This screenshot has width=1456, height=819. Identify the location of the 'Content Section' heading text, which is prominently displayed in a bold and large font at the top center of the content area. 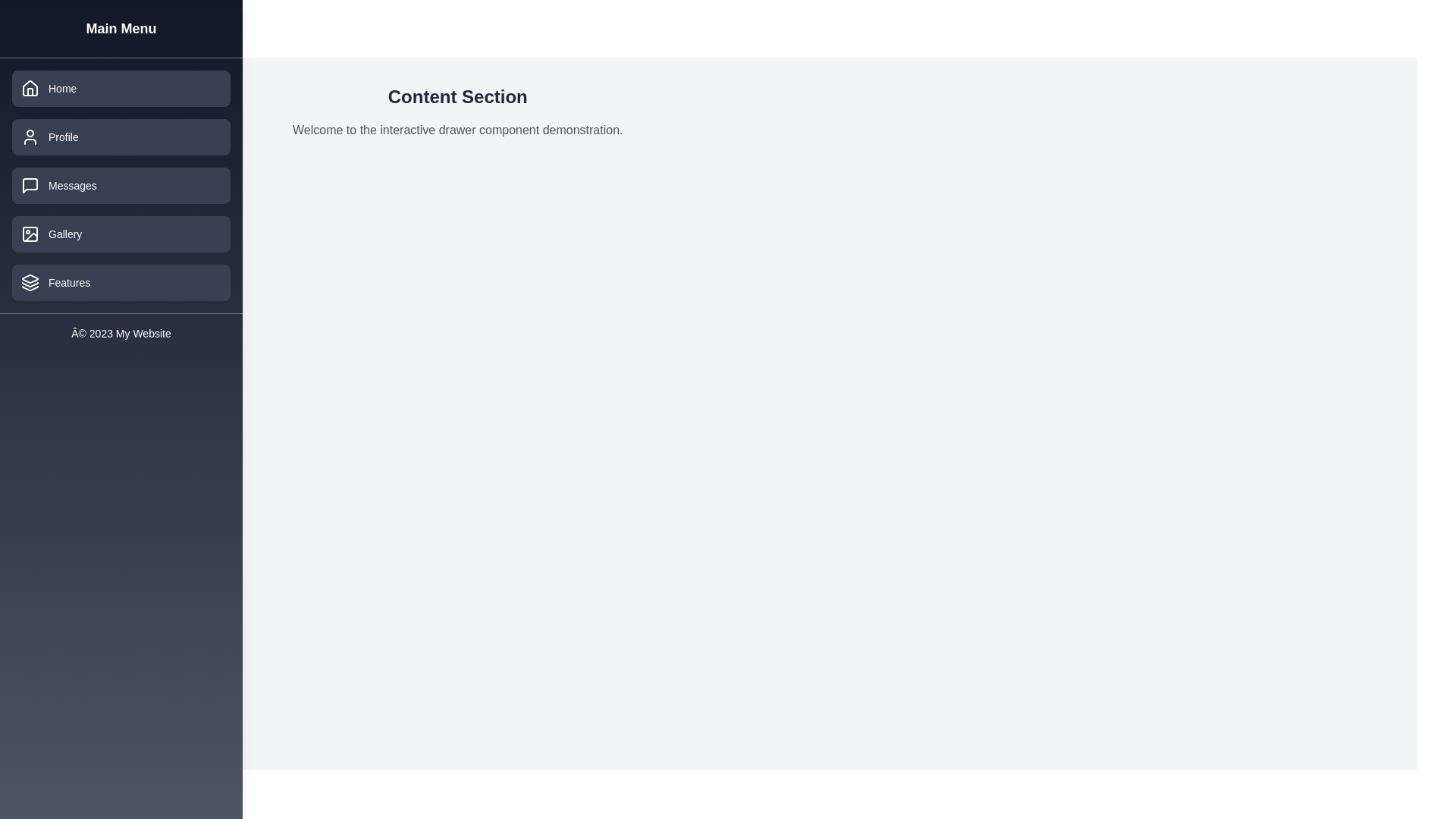
(457, 96).